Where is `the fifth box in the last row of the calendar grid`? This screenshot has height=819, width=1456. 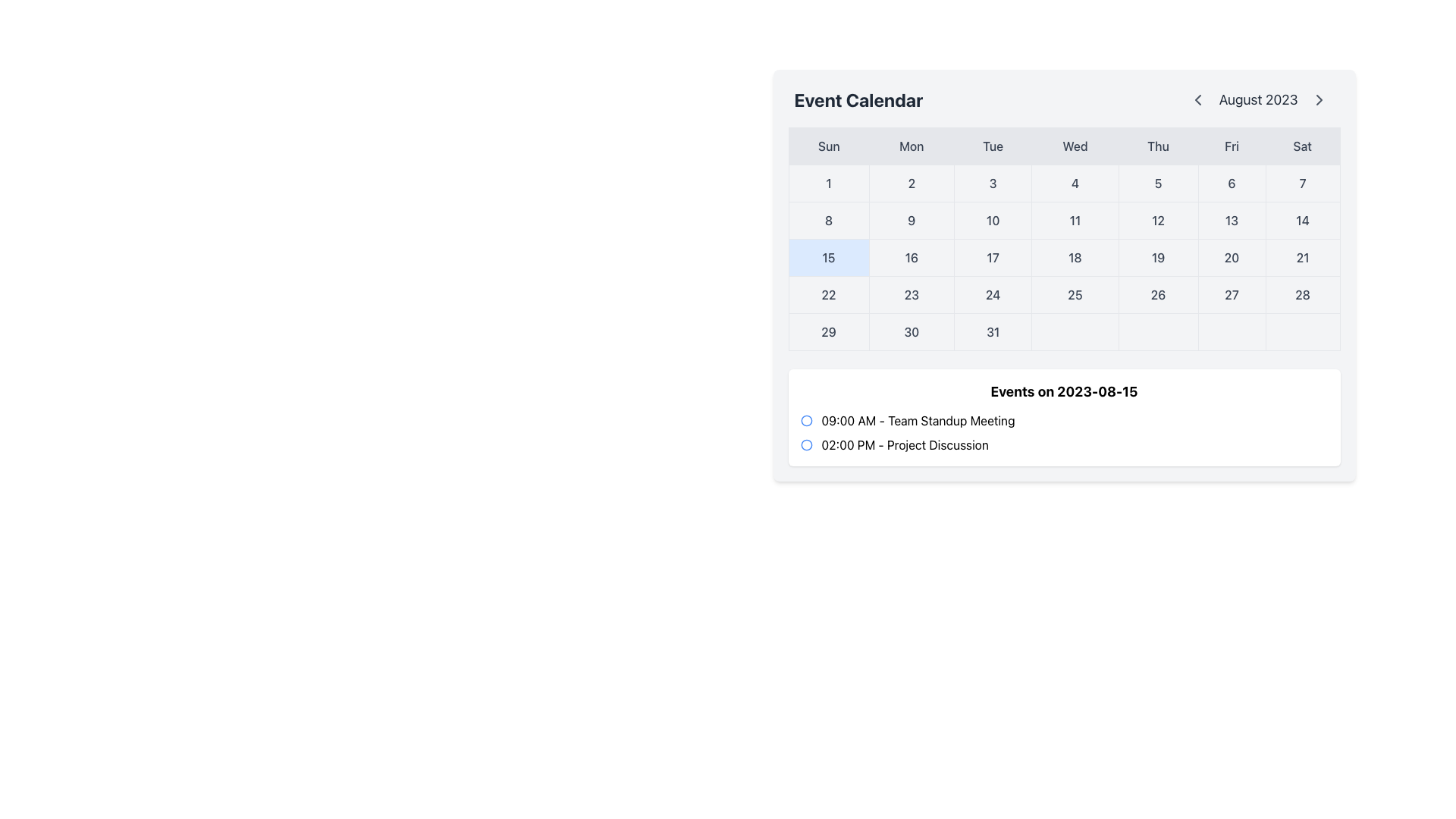 the fifth box in the last row of the calendar grid is located at coordinates (1157, 331).